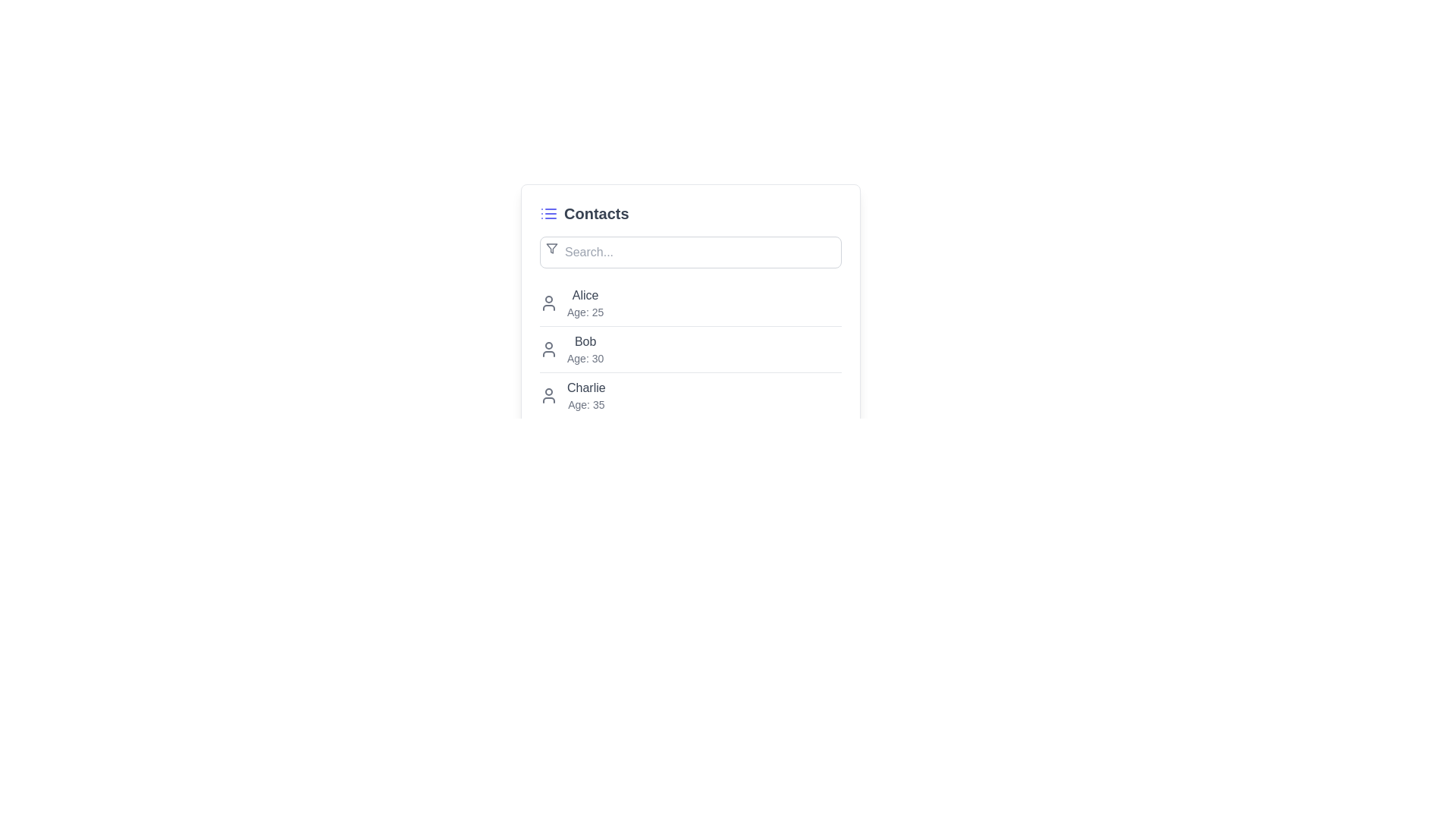  What do you see at coordinates (585, 403) in the screenshot?
I see `the text label displaying 'Age: 35' that is styled with a small font size and gray color, located below the name 'Charlie' in the contact list` at bounding box center [585, 403].